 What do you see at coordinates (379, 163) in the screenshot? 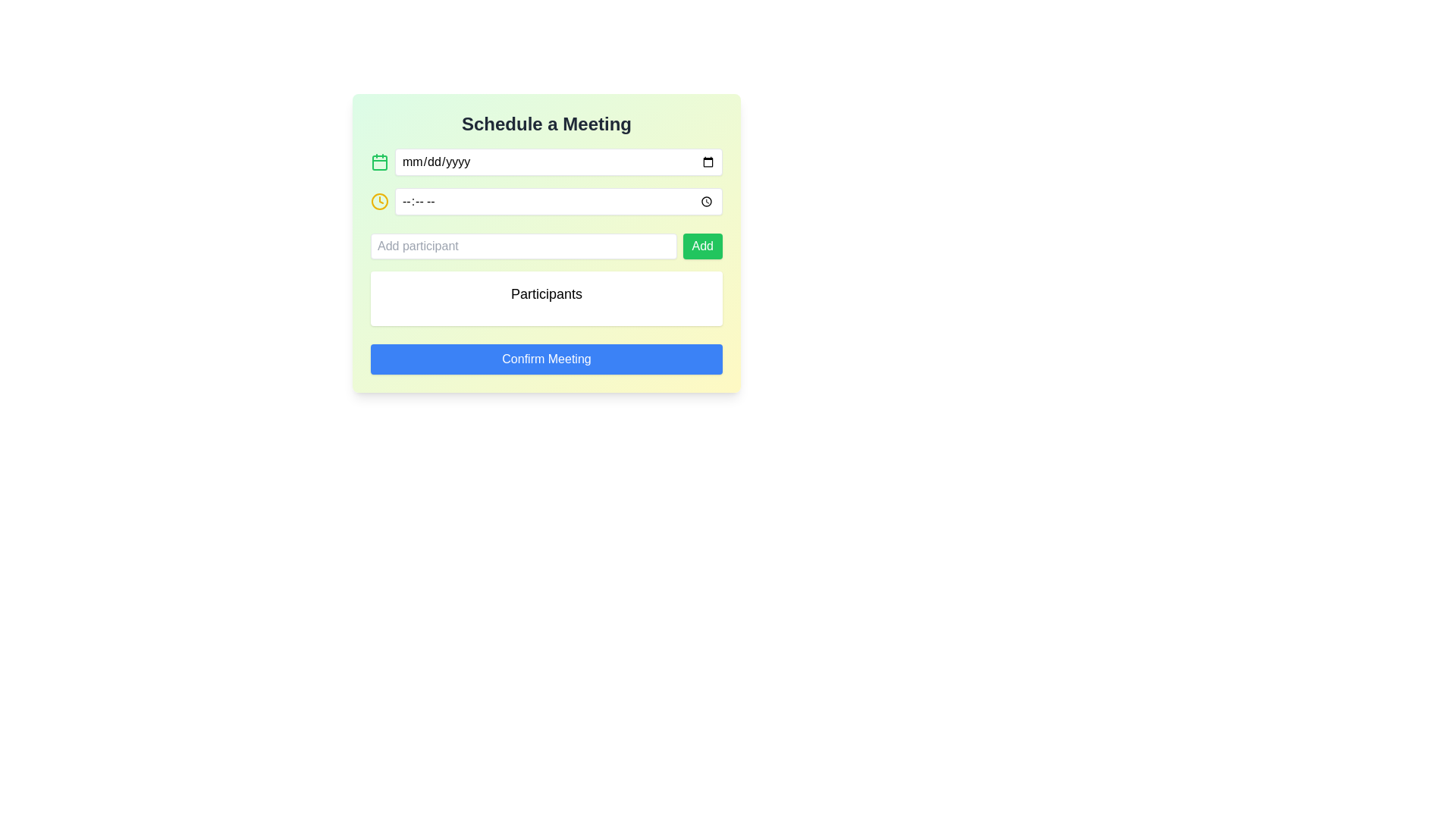
I see `the SVG rectangle component that is part of the calendar icon located to the left of the date input field, positioned at the top of the scheduling interface` at bounding box center [379, 163].